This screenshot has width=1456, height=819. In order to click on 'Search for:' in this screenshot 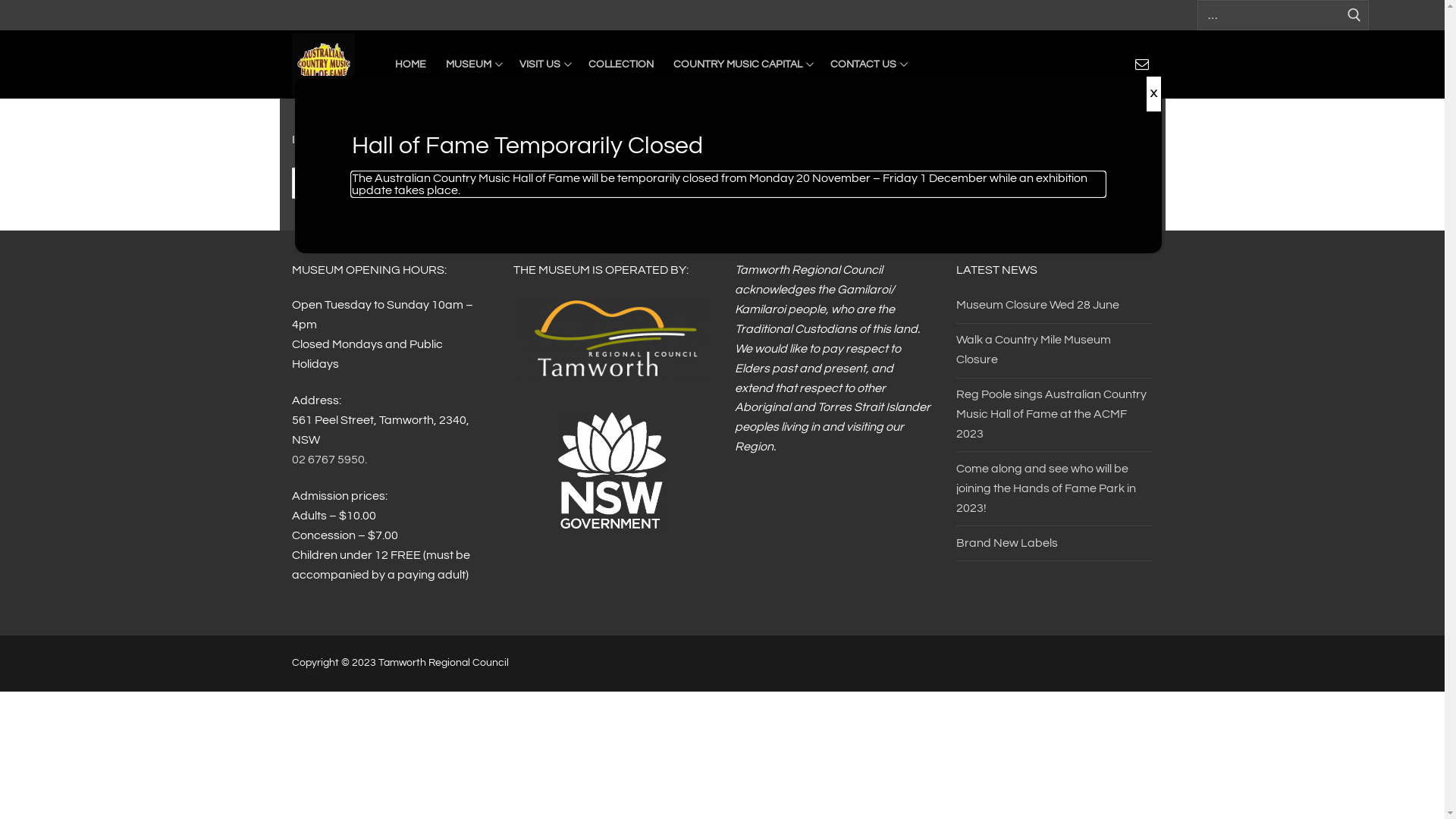, I will do `click(1197, 14)`.